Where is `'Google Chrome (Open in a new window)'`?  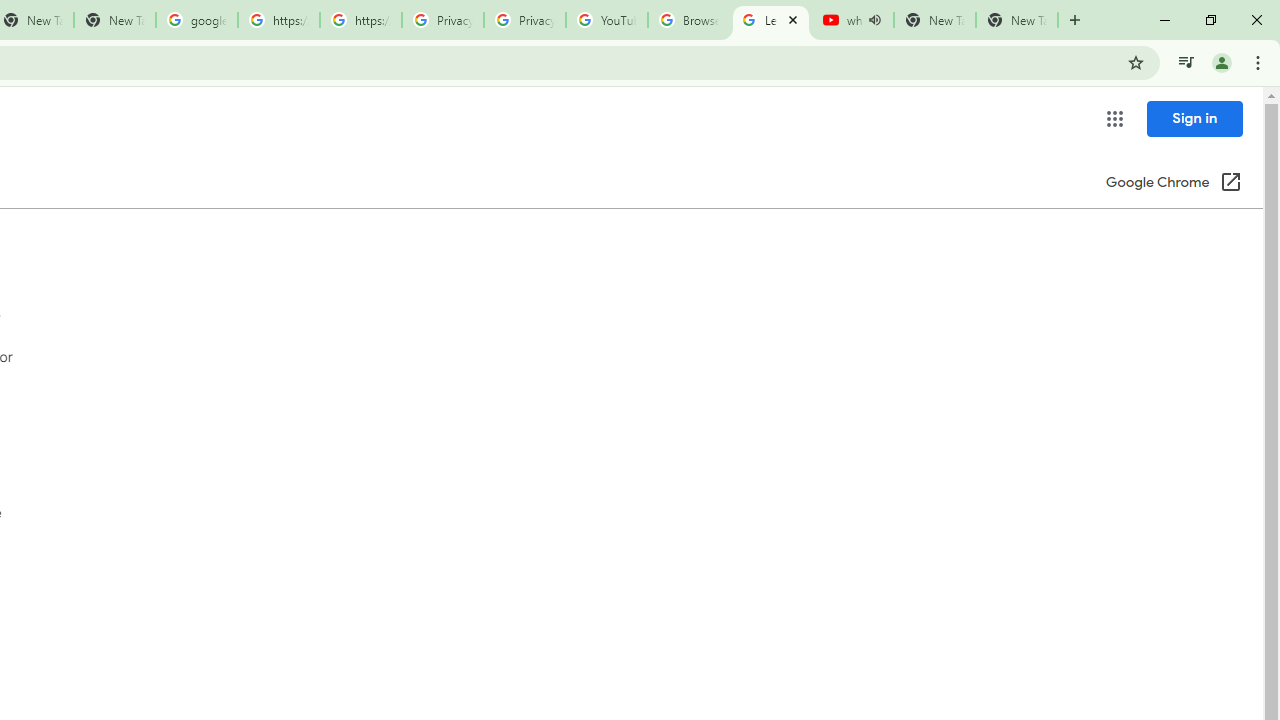
'Google Chrome (Open in a new window)' is located at coordinates (1173, 183).